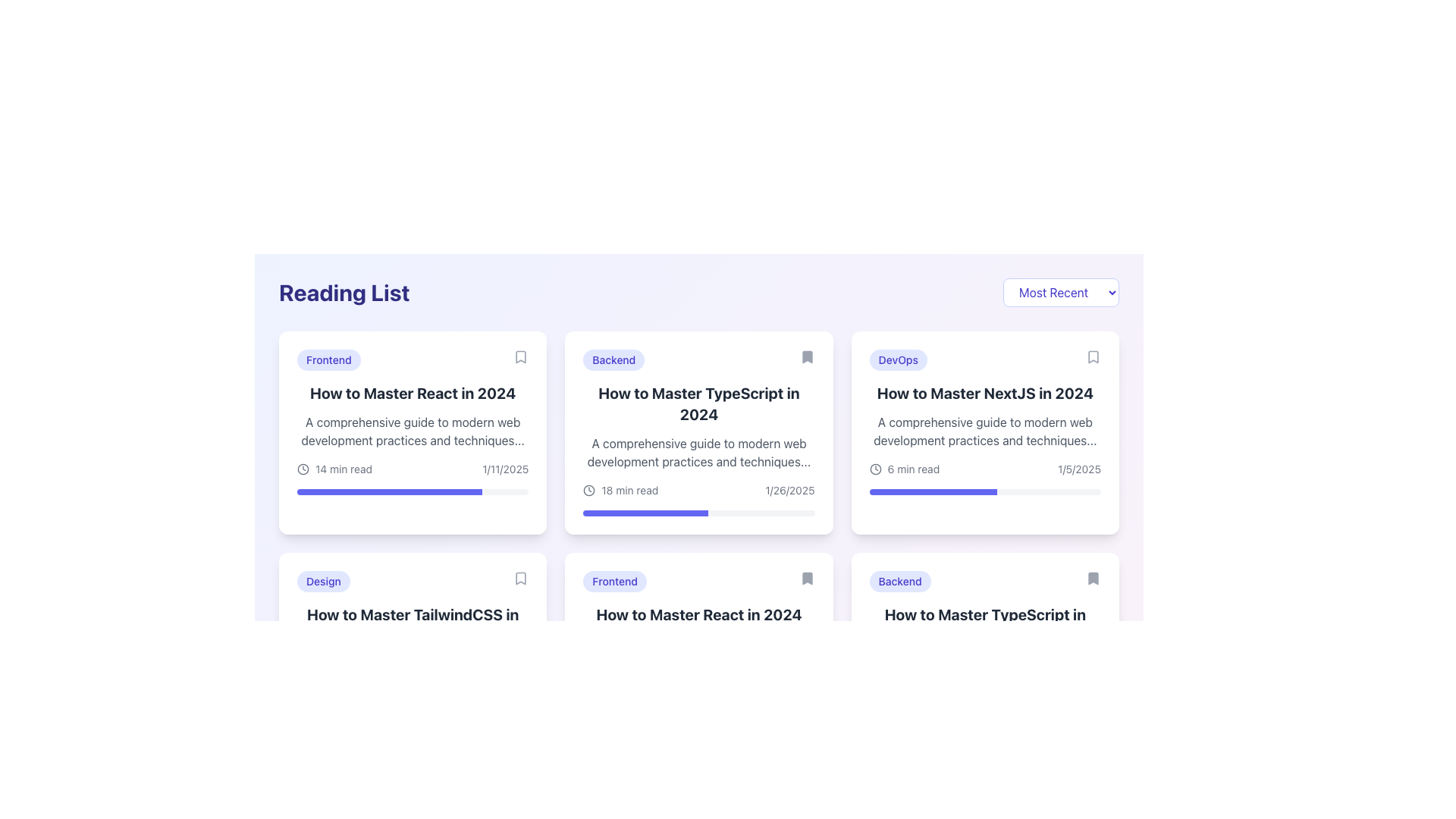 The height and width of the screenshot is (819, 1456). I want to click on the stylized bookmark icon located at the top-right corner of the 'How to Master TypeScript in 2024' card to change its color to indigo, so click(1093, 579).